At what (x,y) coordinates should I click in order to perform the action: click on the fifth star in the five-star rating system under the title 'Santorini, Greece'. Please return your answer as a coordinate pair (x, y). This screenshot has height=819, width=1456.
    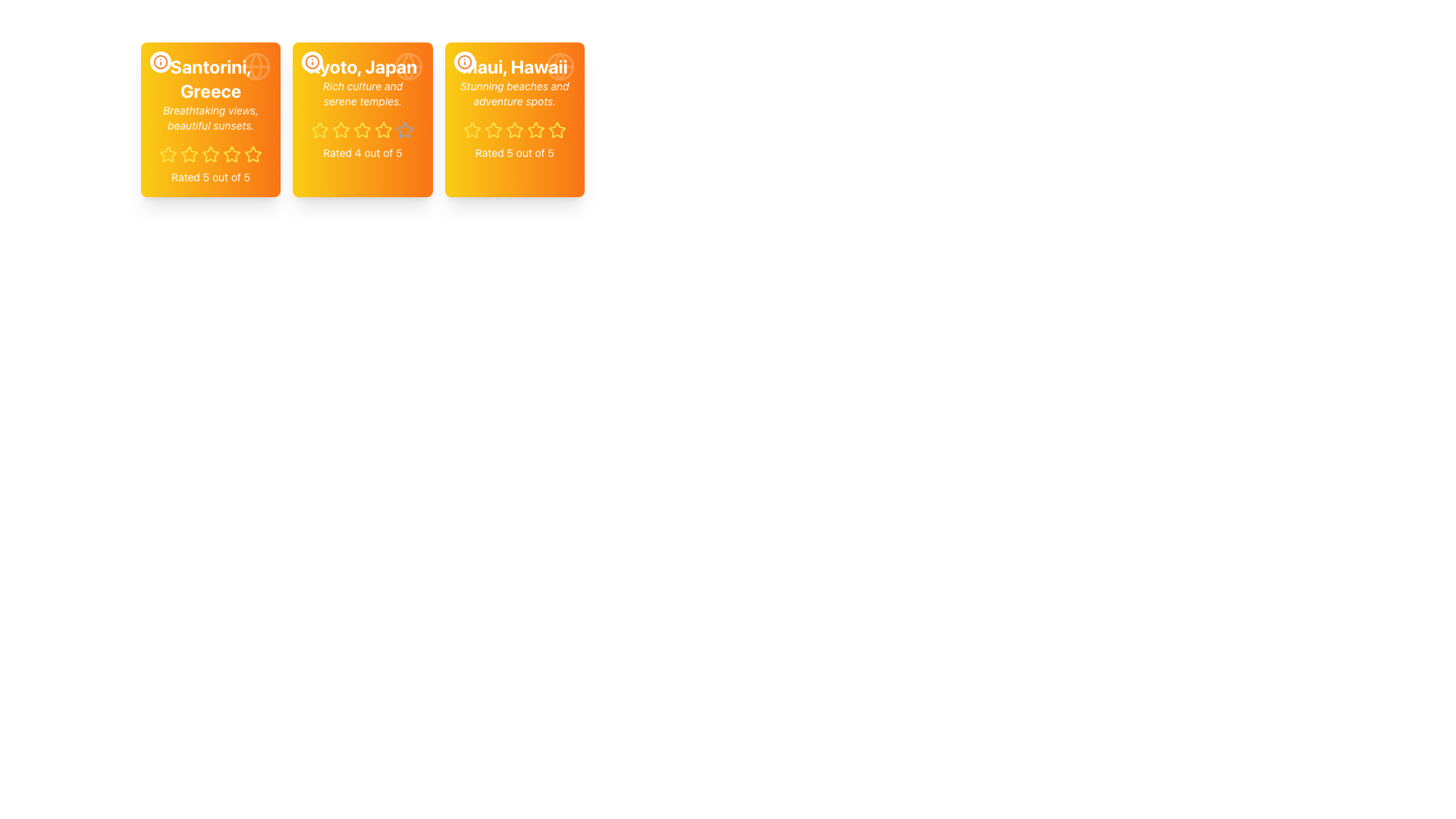
    Looking at the image, I should click on (253, 155).